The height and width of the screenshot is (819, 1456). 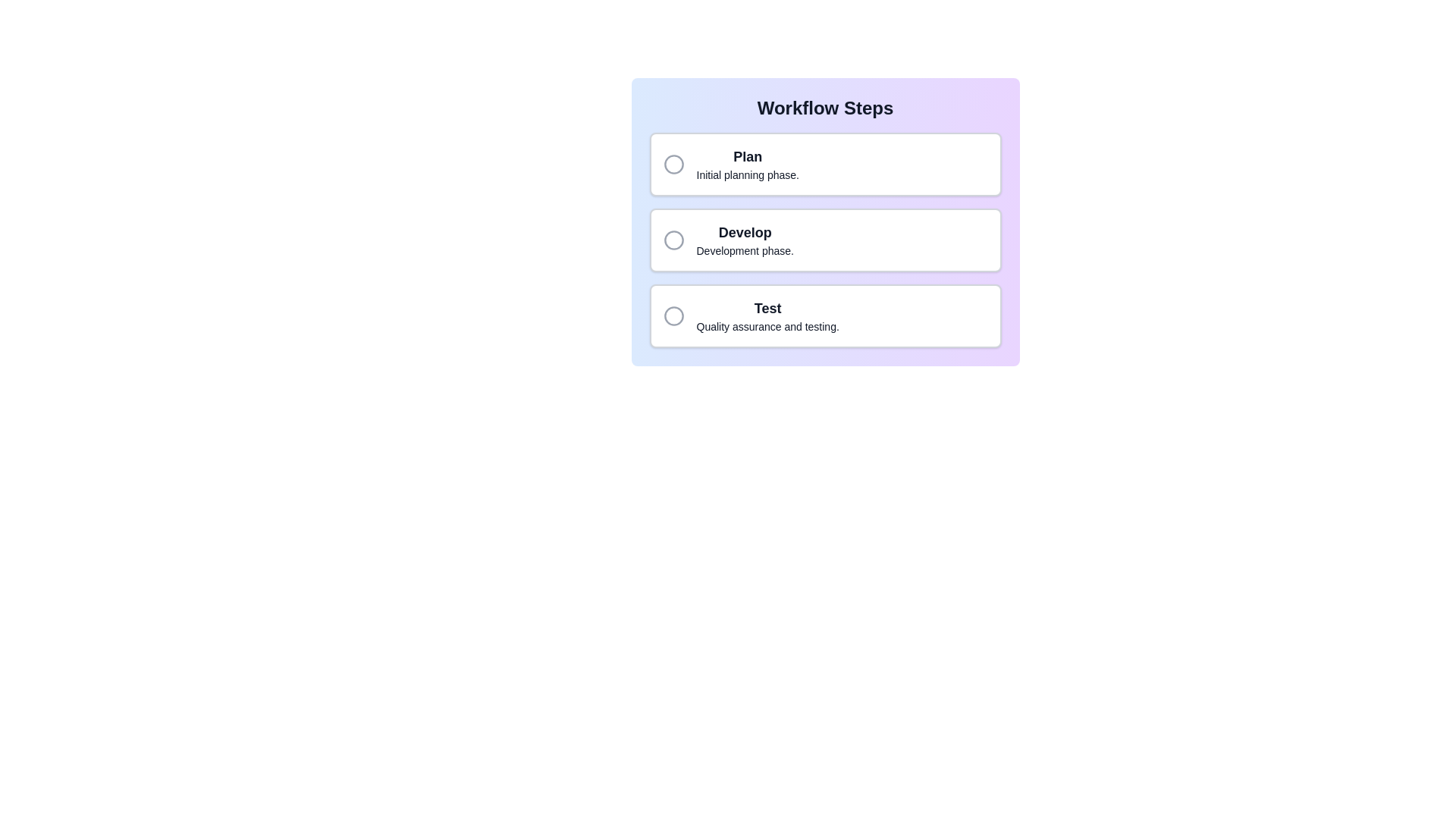 What do you see at coordinates (767, 315) in the screenshot?
I see `text content located in the third selectable option of a vertical list of workflow steps, which contains the words 'Test' in bold and 'Quality assurance and testing.' as a subheading` at bounding box center [767, 315].